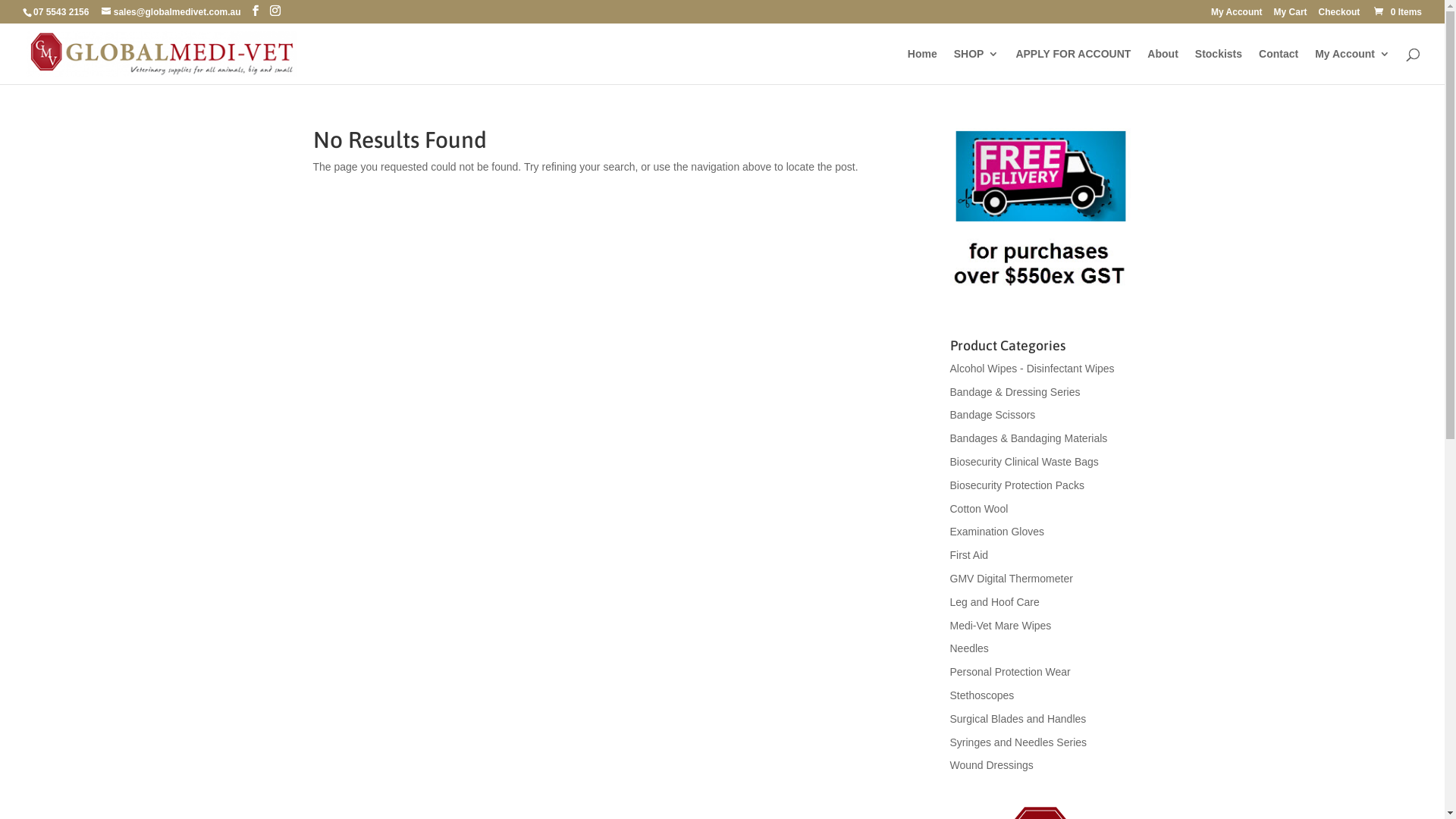  What do you see at coordinates (949, 485) in the screenshot?
I see `'Biosecurity Protection Packs'` at bounding box center [949, 485].